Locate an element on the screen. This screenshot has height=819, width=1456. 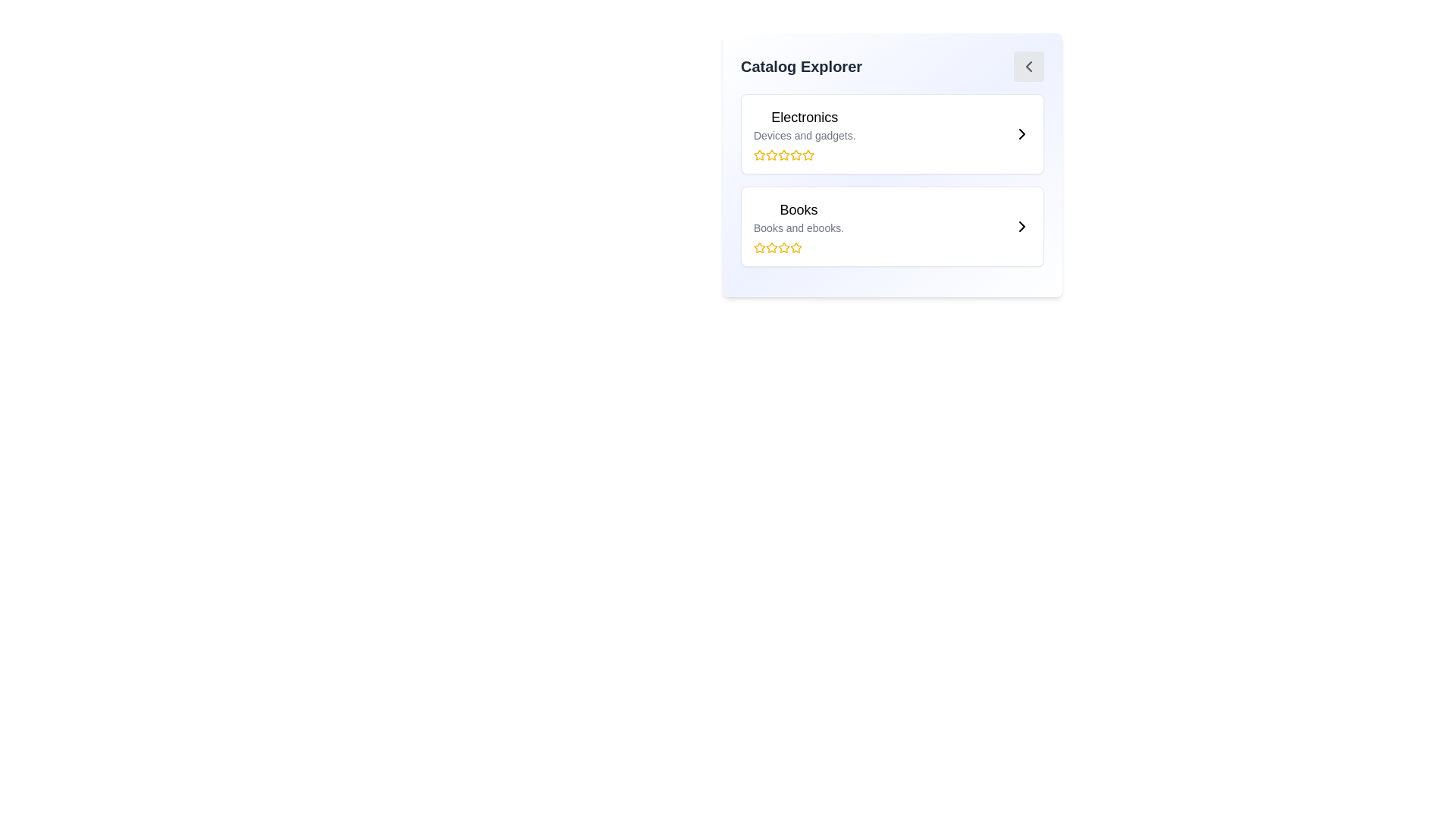
the sixth star icon in the rating system to indicate a rating is located at coordinates (795, 247).